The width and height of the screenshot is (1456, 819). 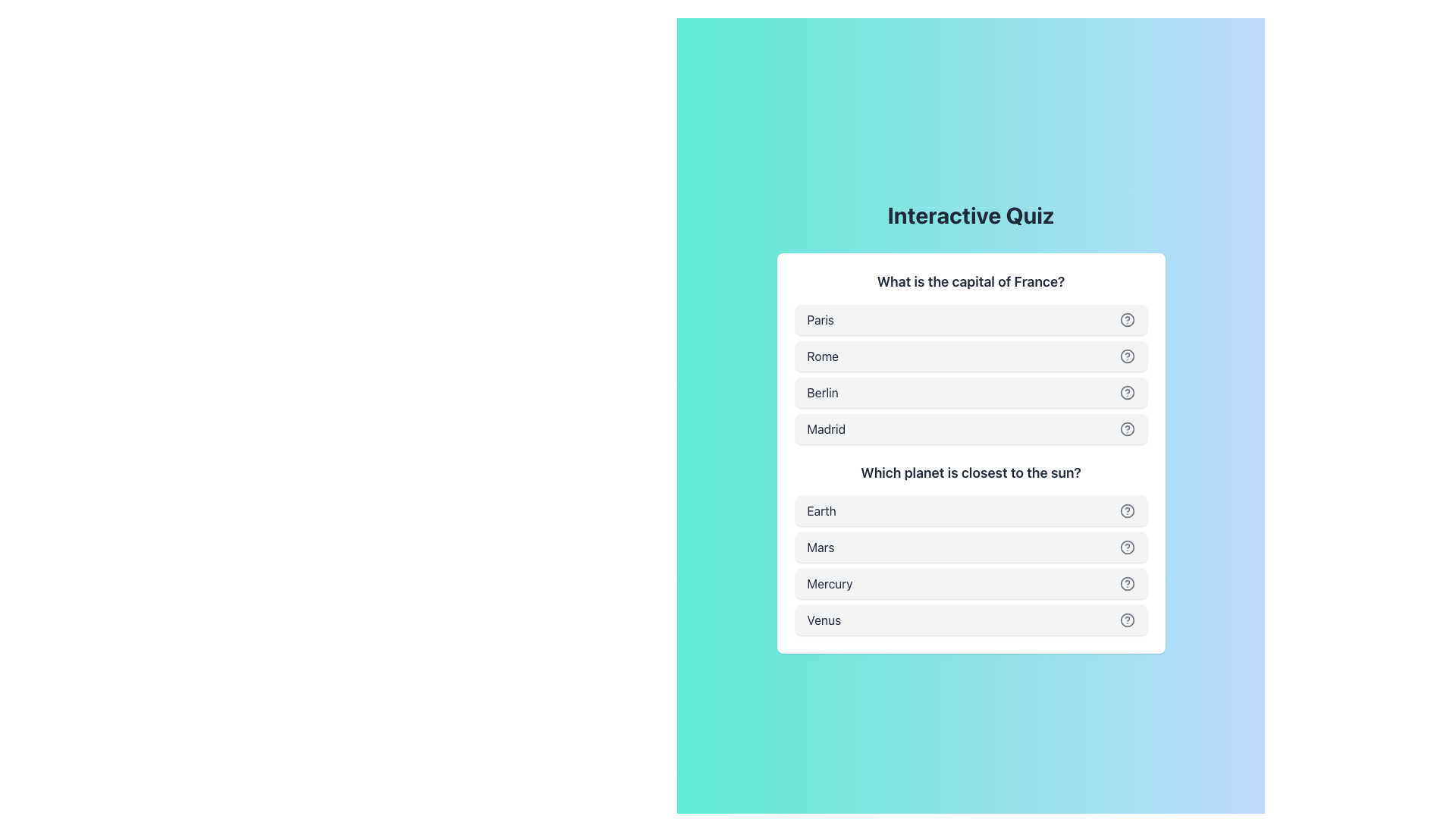 What do you see at coordinates (1127, 583) in the screenshot?
I see `the Help icon located at the far-right end of the 'Mercury' row in the quiz interface` at bounding box center [1127, 583].